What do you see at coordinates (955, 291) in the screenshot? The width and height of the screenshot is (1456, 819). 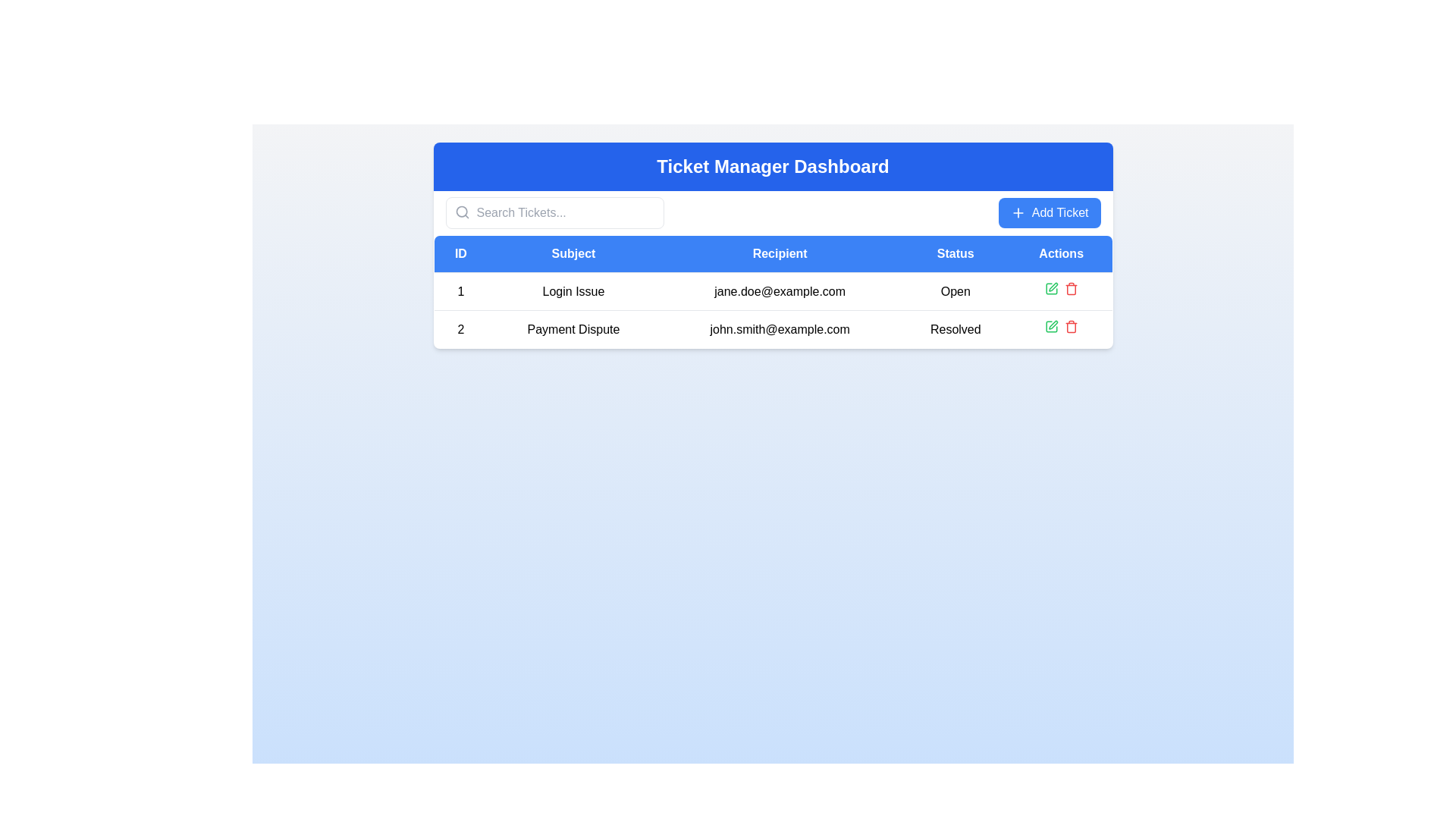 I see `the 'Open' text label located in the 'Status' column of the first row of the dashboard interface` at bounding box center [955, 291].